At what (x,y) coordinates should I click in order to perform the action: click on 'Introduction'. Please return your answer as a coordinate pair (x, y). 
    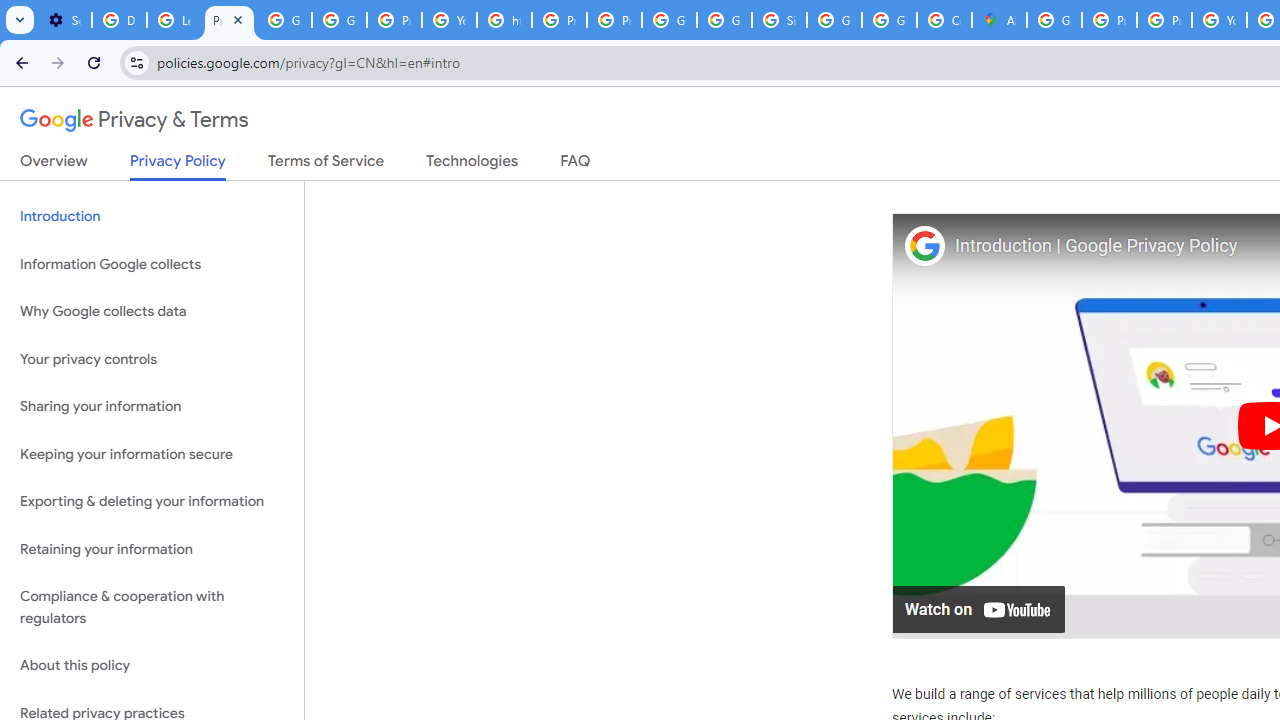
    Looking at the image, I should click on (151, 217).